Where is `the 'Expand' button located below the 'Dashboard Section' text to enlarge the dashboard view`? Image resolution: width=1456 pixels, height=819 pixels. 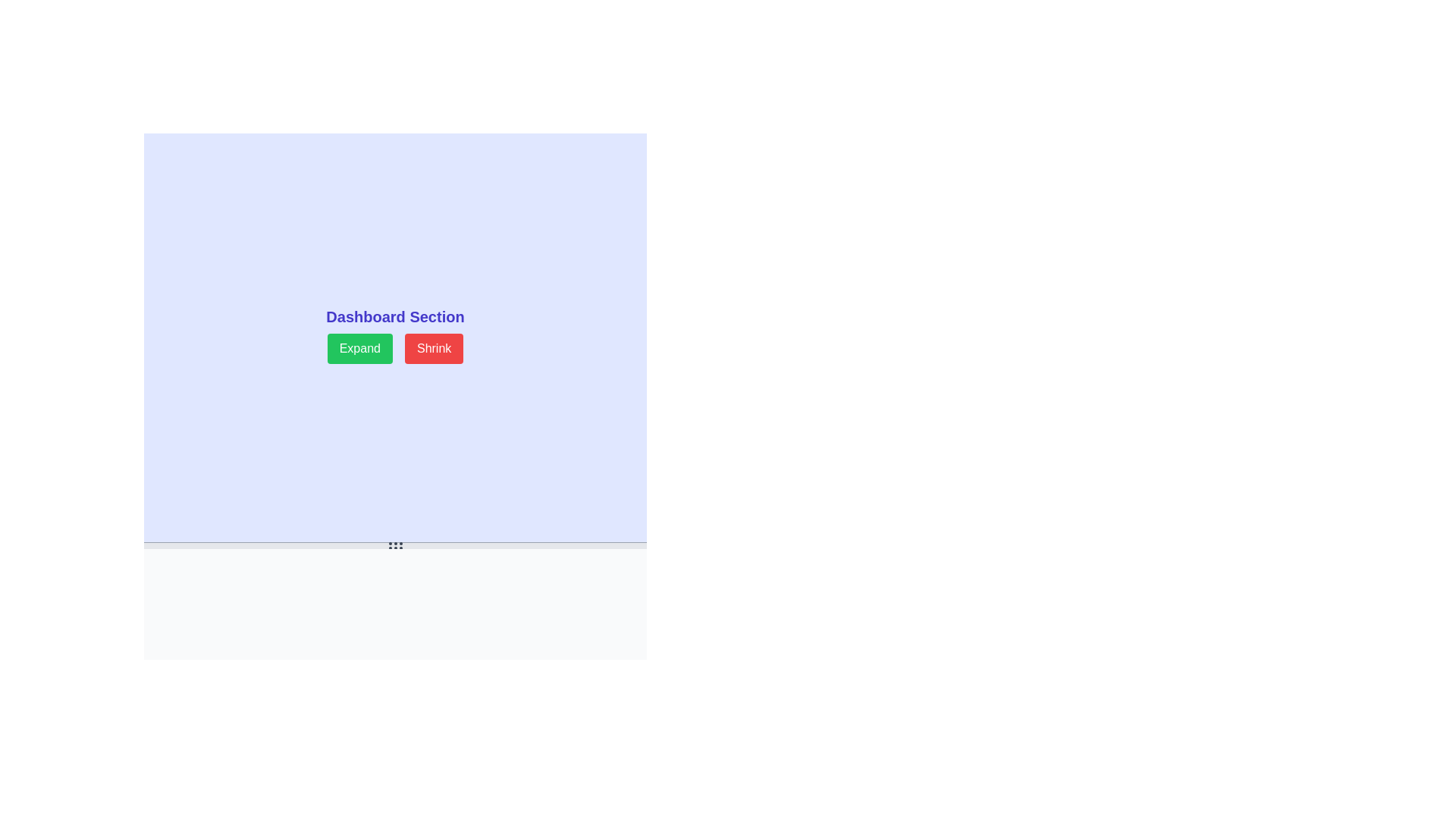 the 'Expand' button located below the 'Dashboard Section' text to enlarge the dashboard view is located at coordinates (395, 337).